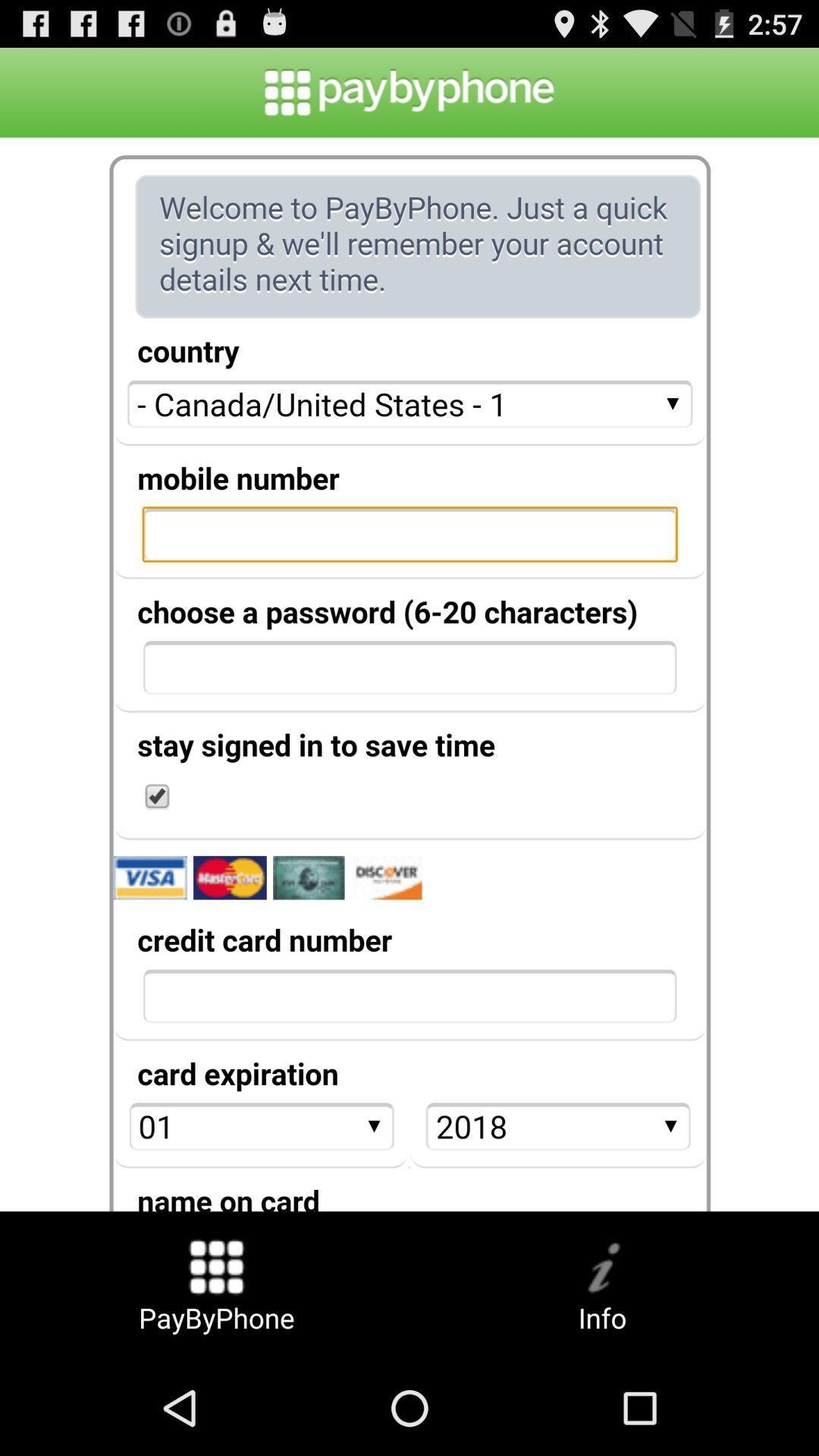 This screenshot has height=1456, width=819. What do you see at coordinates (409, 673) in the screenshot?
I see `off screen` at bounding box center [409, 673].